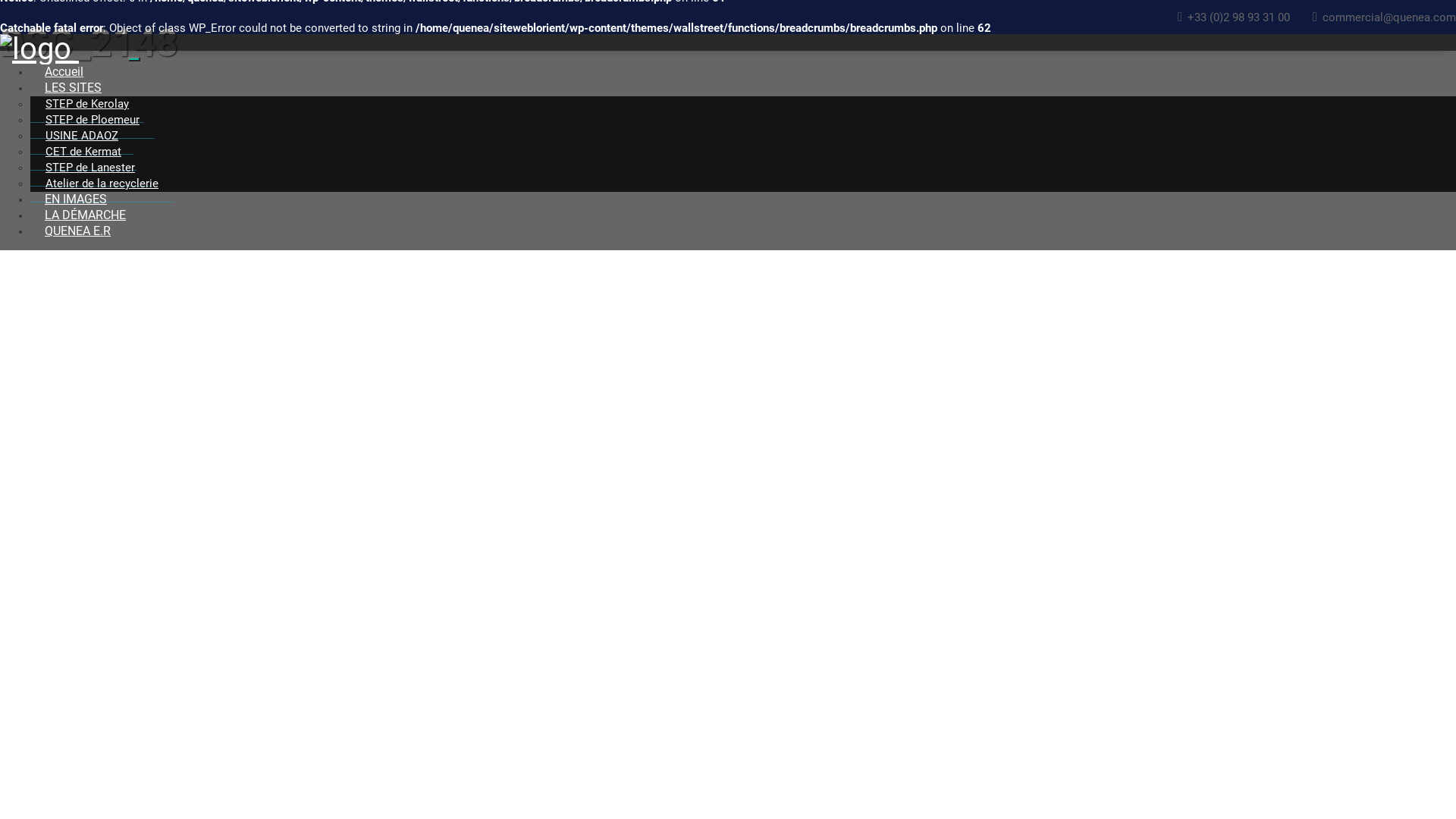  Describe the element at coordinates (30, 183) in the screenshot. I see `'Atelier de la recyclerie'` at that location.